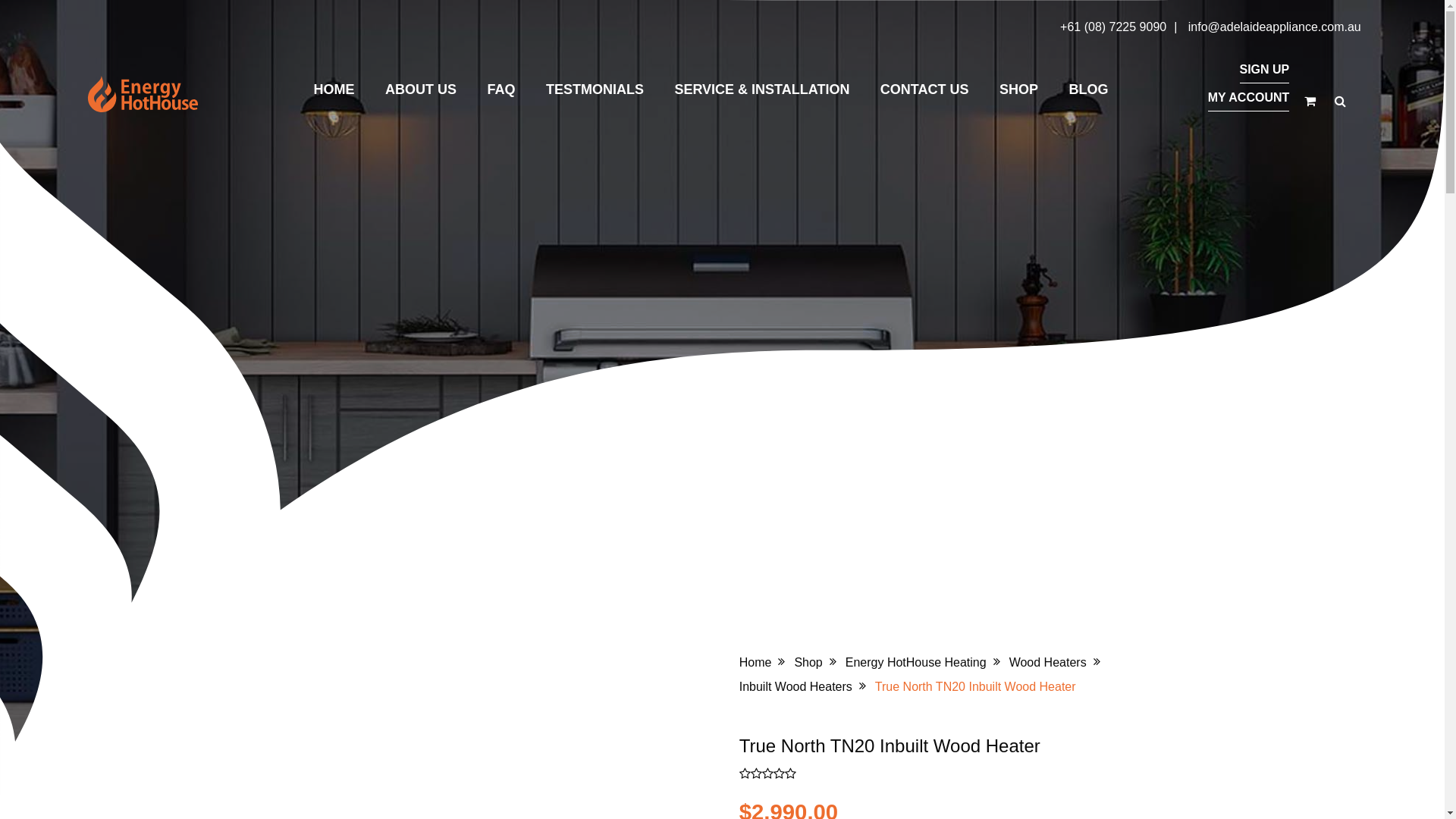 The height and width of the screenshot is (819, 1456). I want to click on 'Wood Heaters', so click(1047, 661).